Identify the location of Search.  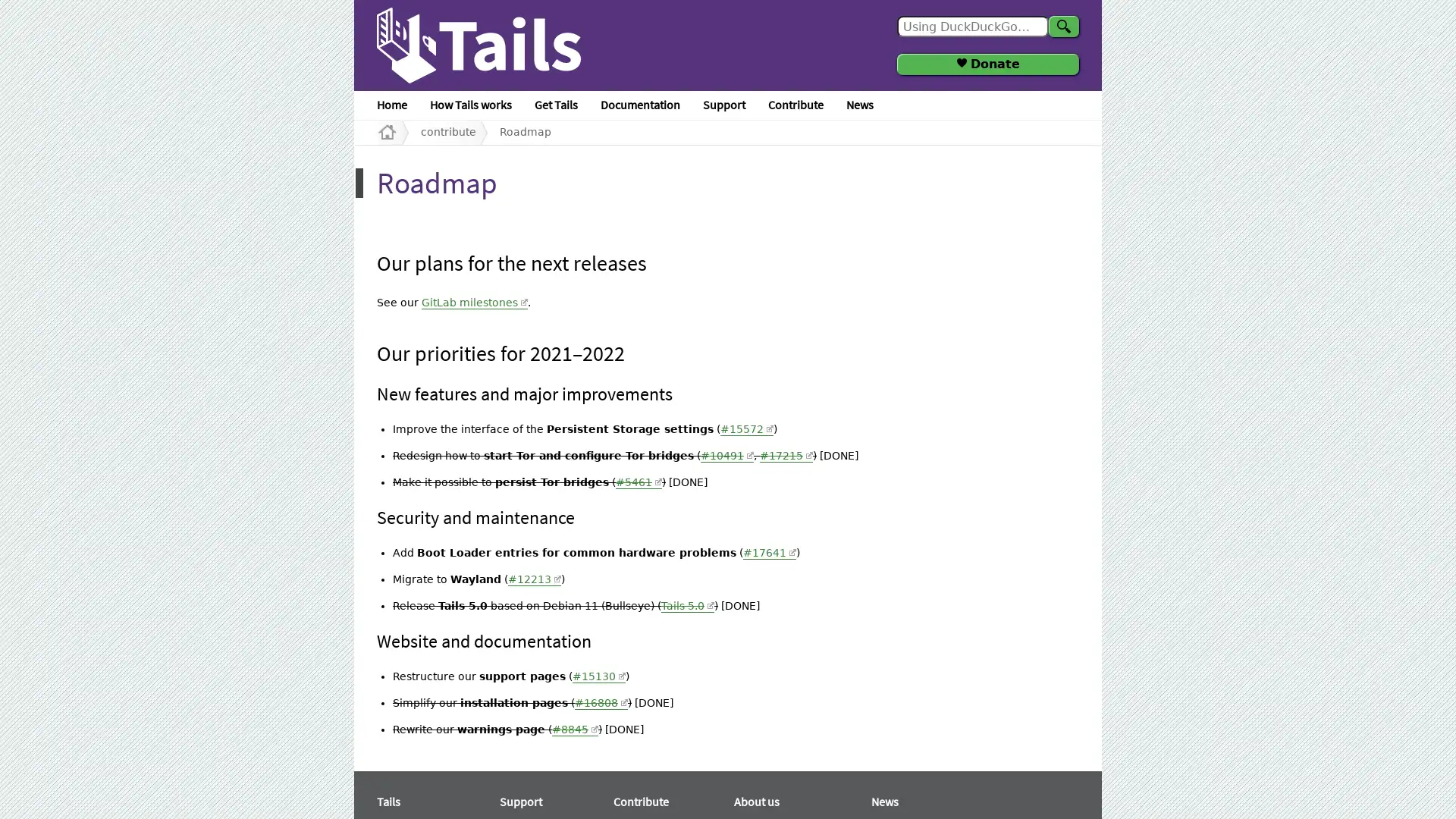
(1062, 26).